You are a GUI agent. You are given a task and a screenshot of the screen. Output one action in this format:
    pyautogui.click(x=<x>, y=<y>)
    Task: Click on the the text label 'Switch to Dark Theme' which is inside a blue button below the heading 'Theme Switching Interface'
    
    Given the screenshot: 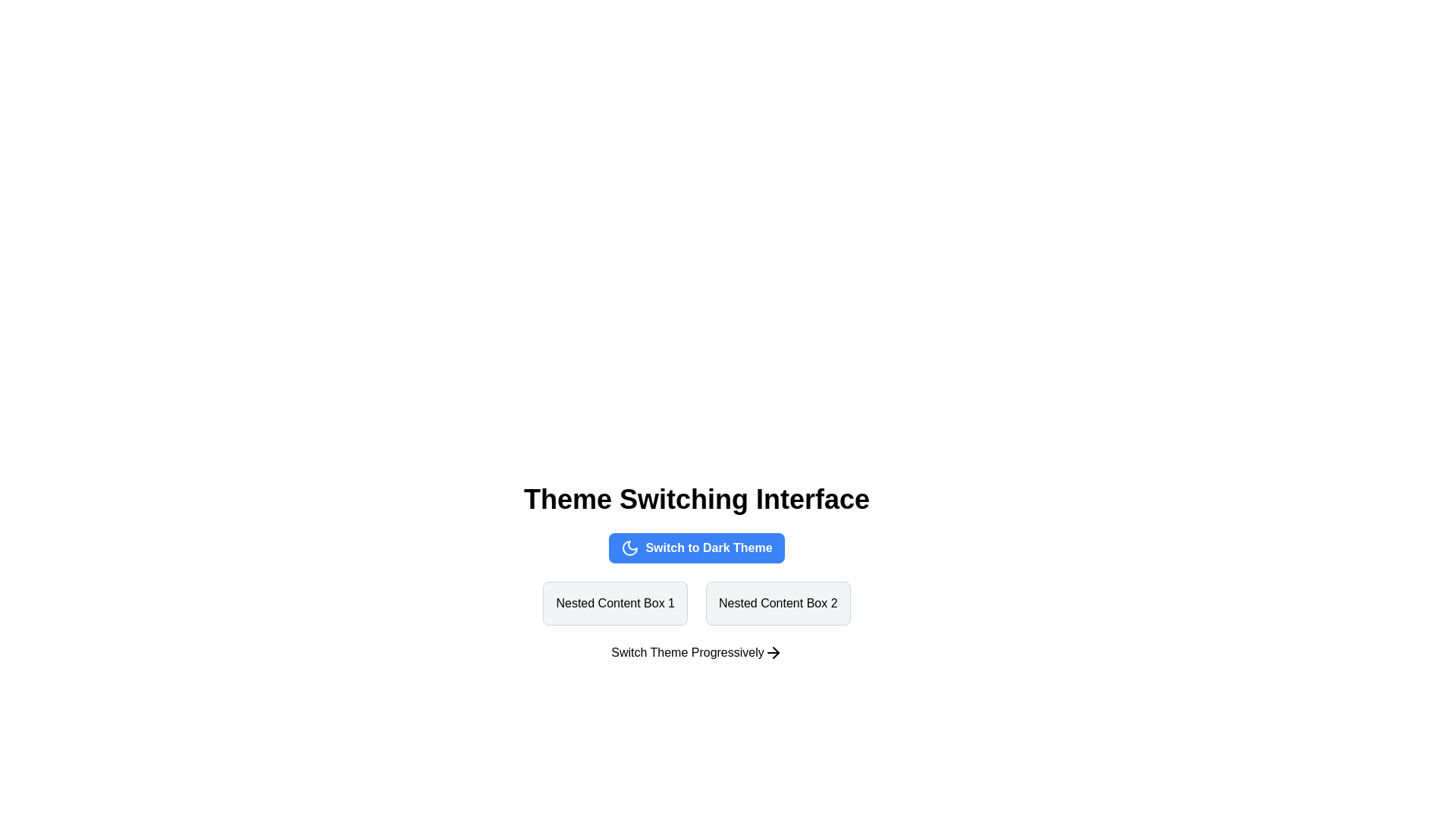 What is the action you would take?
    pyautogui.click(x=708, y=548)
    